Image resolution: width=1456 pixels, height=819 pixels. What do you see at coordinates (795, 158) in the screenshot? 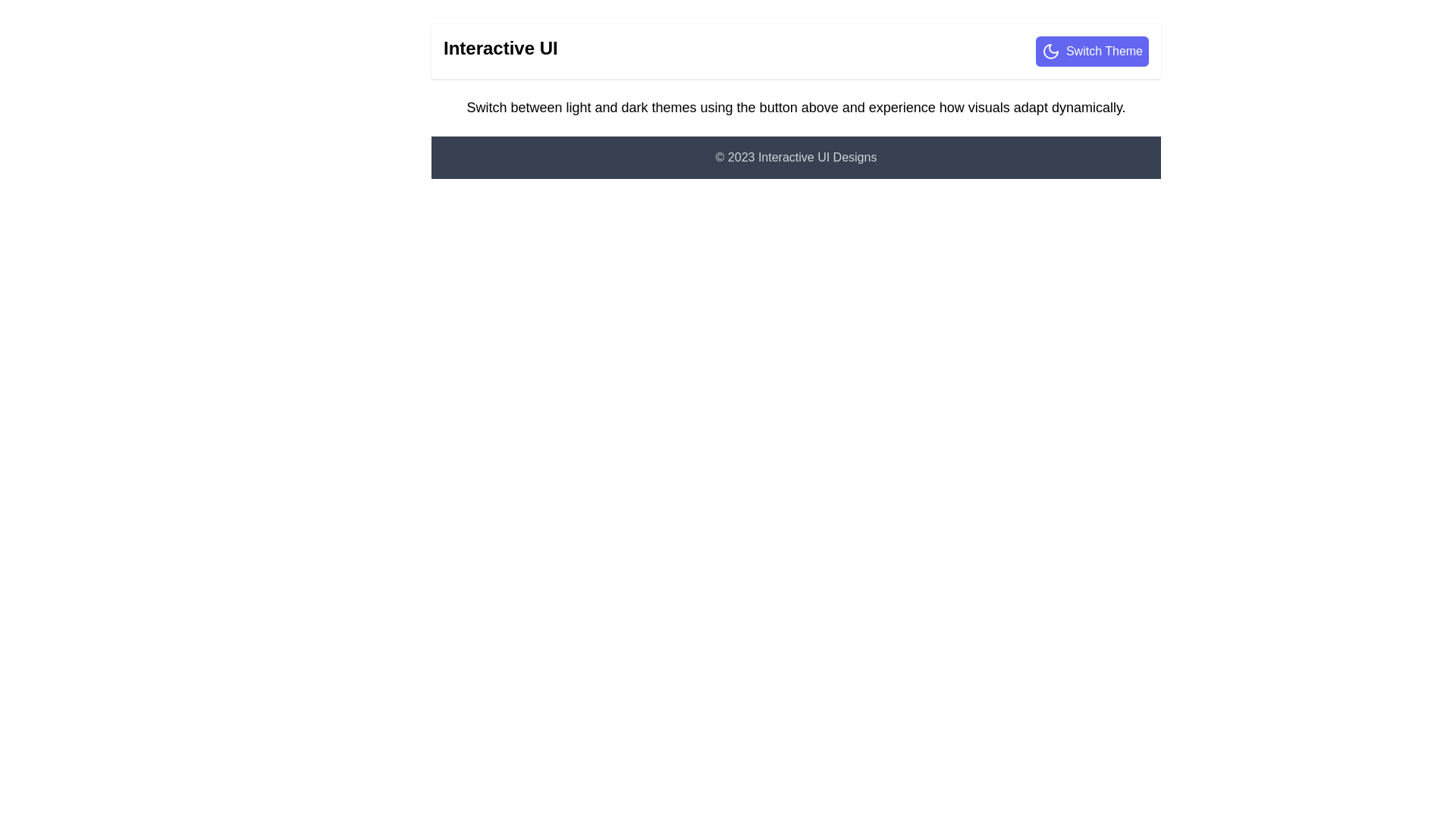
I see `the static footer text displaying '© 2023 Interactive UI Designs' which is centered in a dark gray background` at bounding box center [795, 158].